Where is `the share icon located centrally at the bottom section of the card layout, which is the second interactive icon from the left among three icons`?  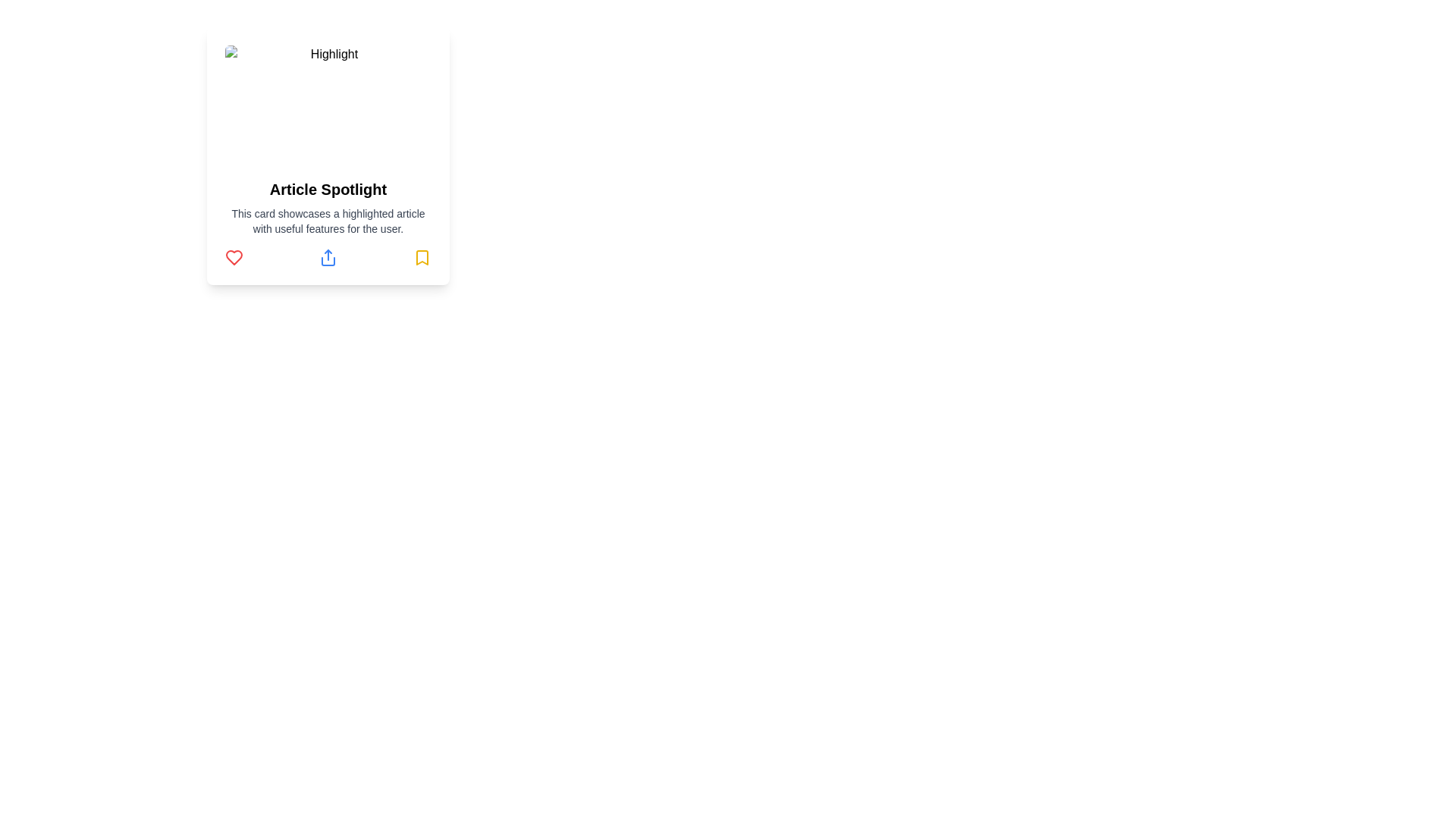
the share icon located centrally at the bottom section of the card layout, which is the second interactive icon from the left among three icons is located at coordinates (327, 256).